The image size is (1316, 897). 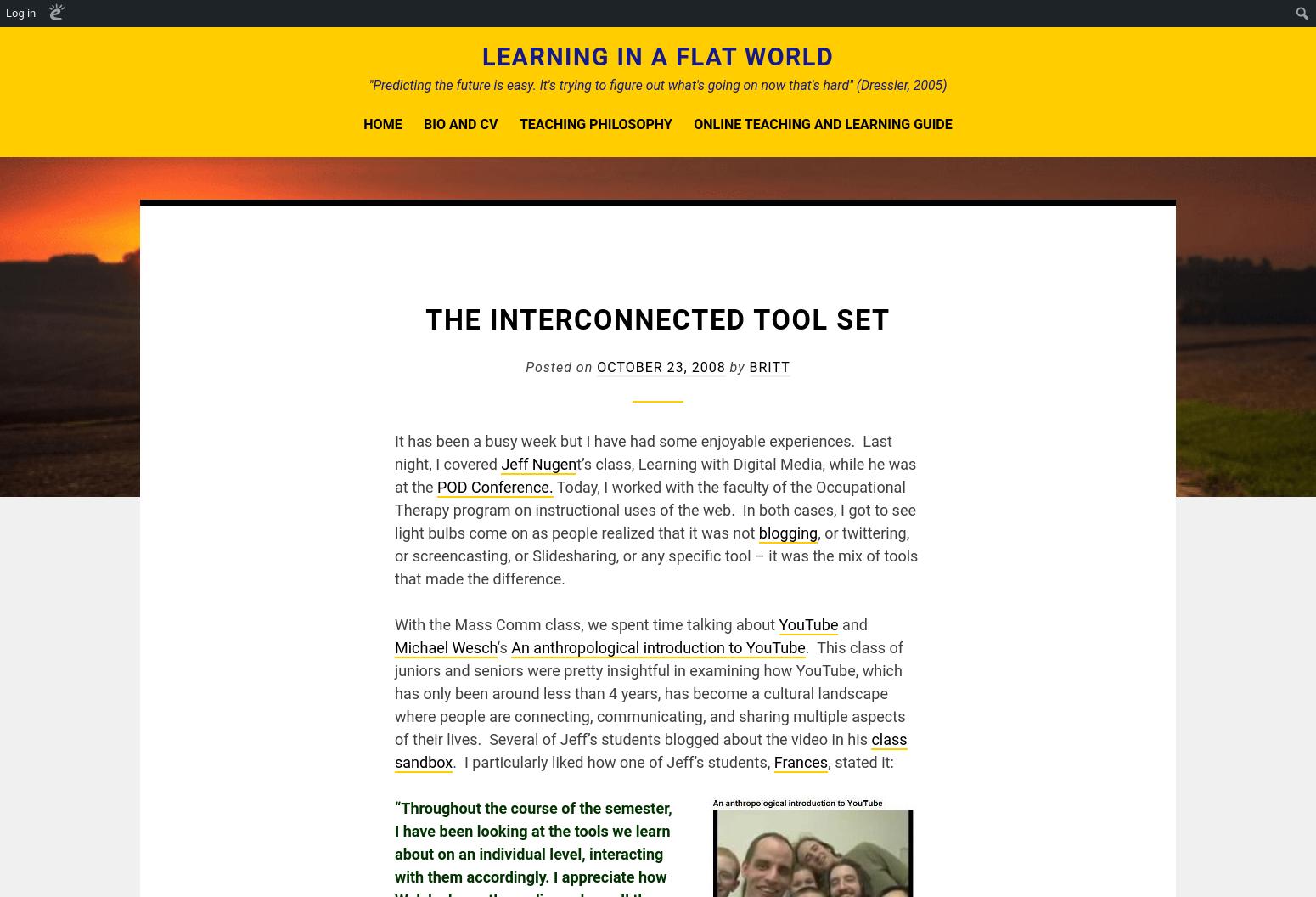 I want to click on ', stated it:', so click(x=826, y=761).